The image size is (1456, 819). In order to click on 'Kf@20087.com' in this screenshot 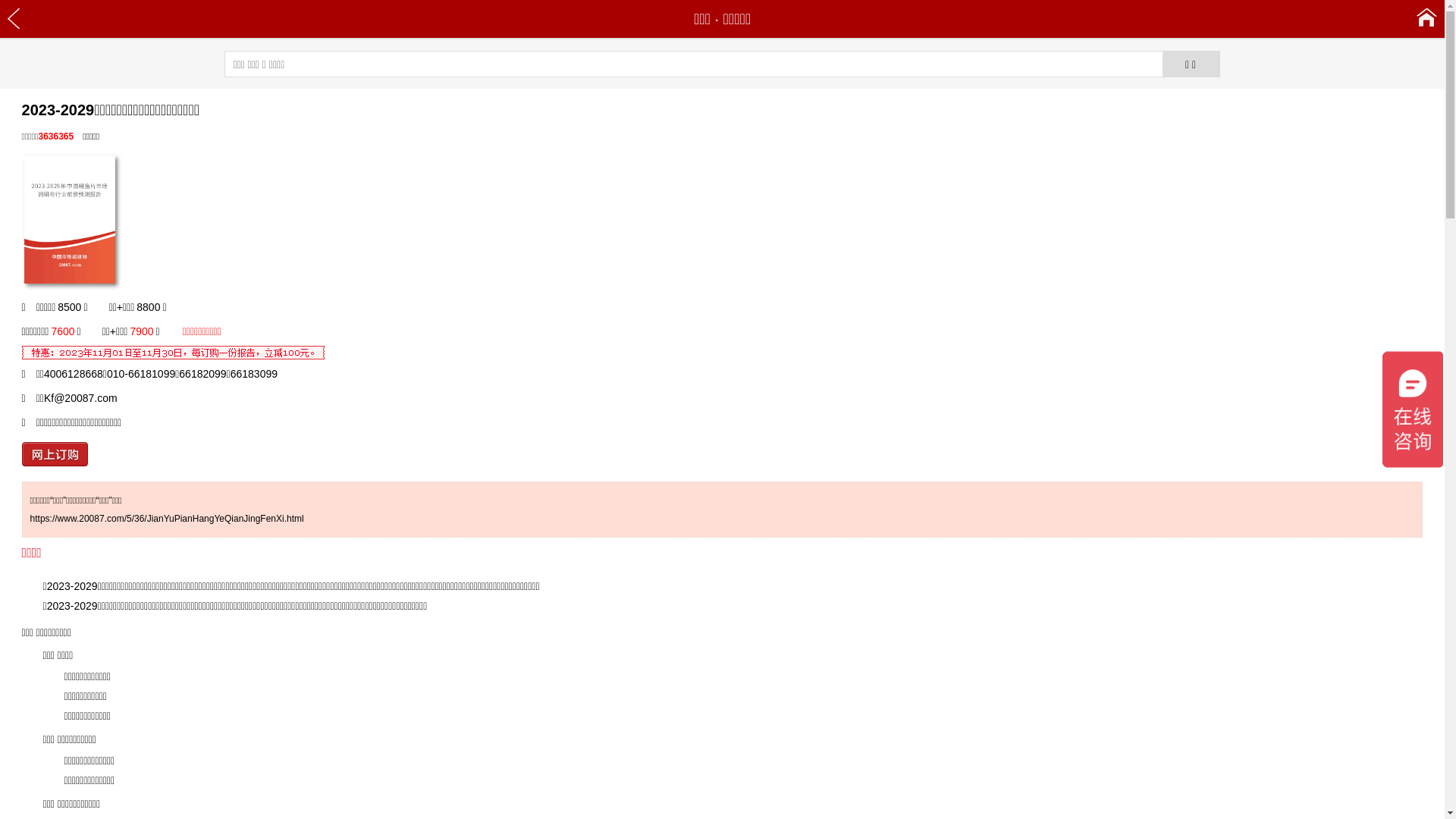, I will do `click(80, 397)`.